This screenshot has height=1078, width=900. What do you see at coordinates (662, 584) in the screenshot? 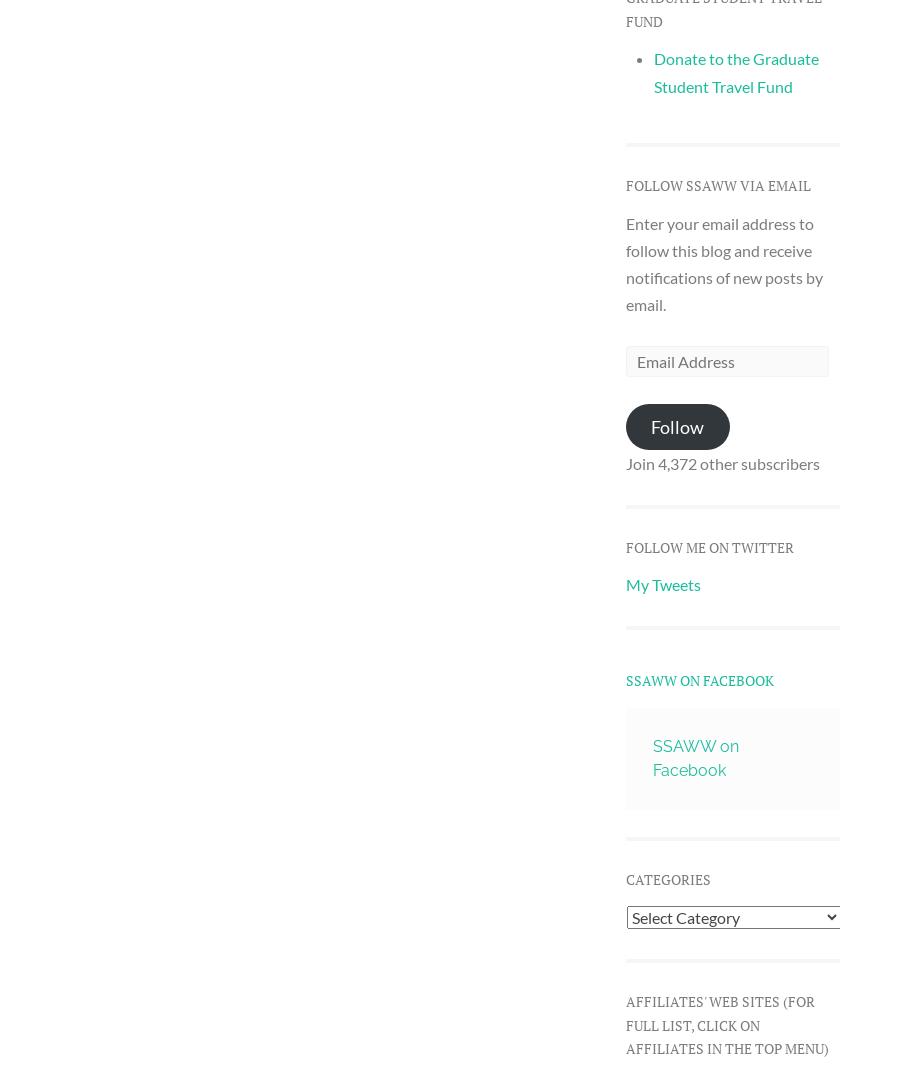
I see `'My Tweets'` at bounding box center [662, 584].